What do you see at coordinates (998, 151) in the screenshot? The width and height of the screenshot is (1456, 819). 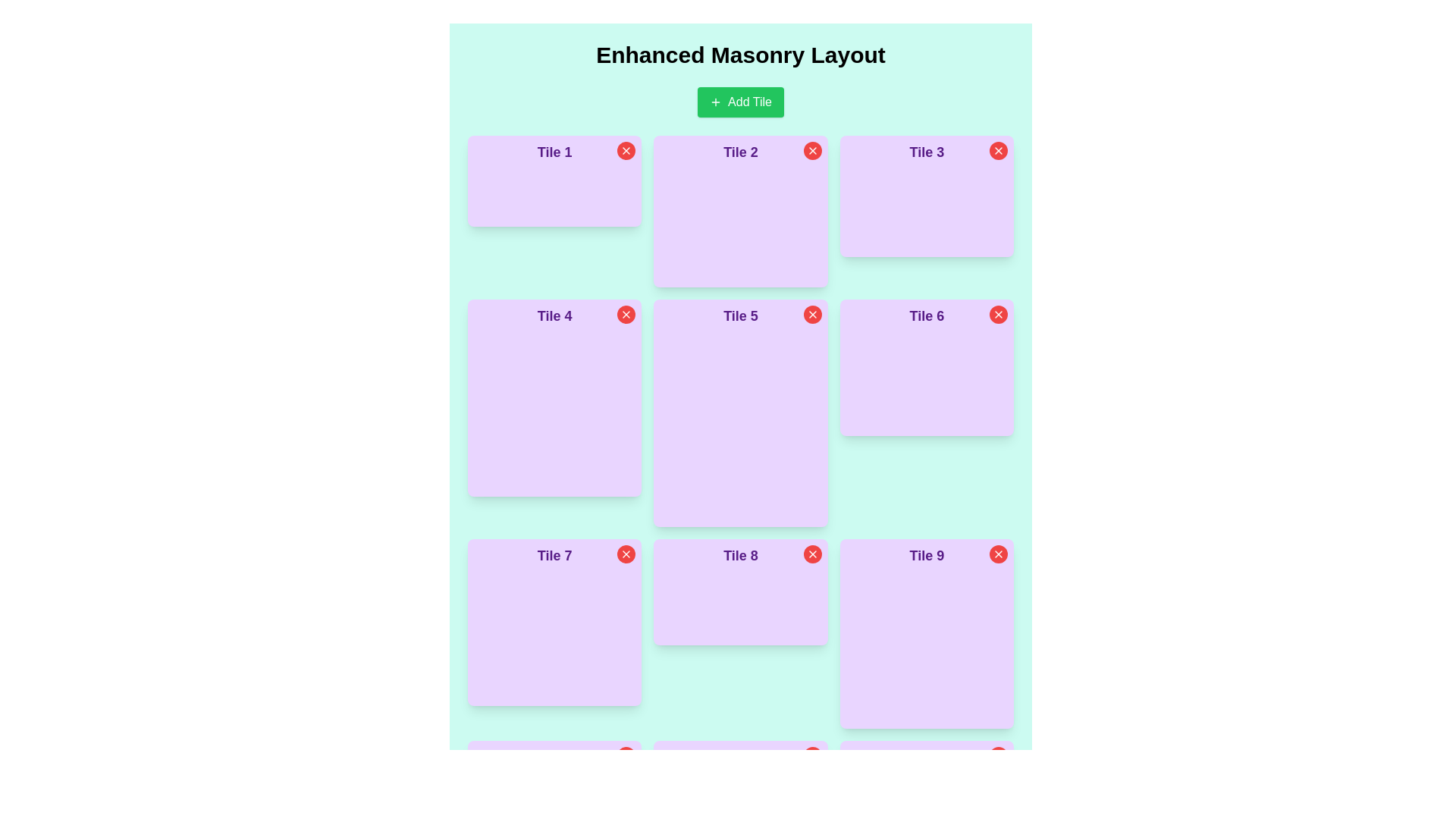 I see `the circular red button with a white 'X' icon located in the top-right corner of 'Tile 3'` at bounding box center [998, 151].